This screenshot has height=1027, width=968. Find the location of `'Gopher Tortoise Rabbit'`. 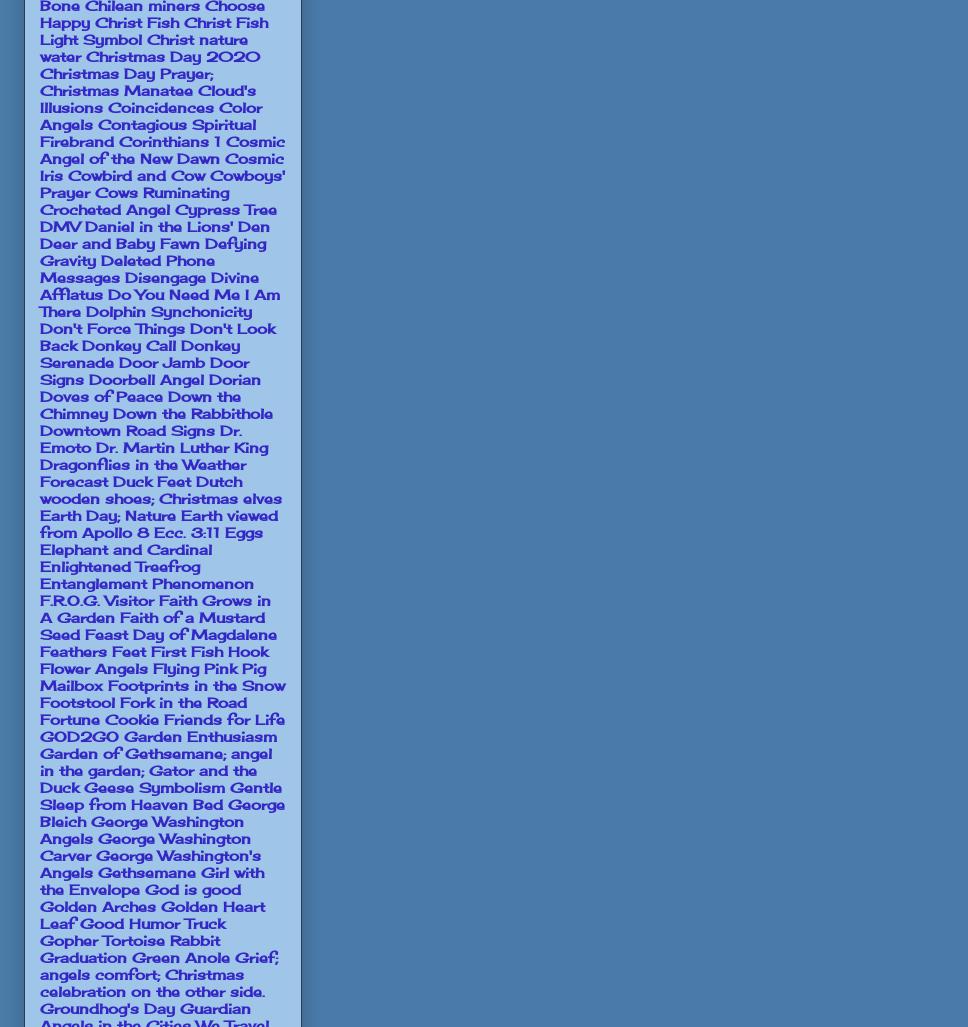

'Gopher Tortoise Rabbit' is located at coordinates (129, 939).